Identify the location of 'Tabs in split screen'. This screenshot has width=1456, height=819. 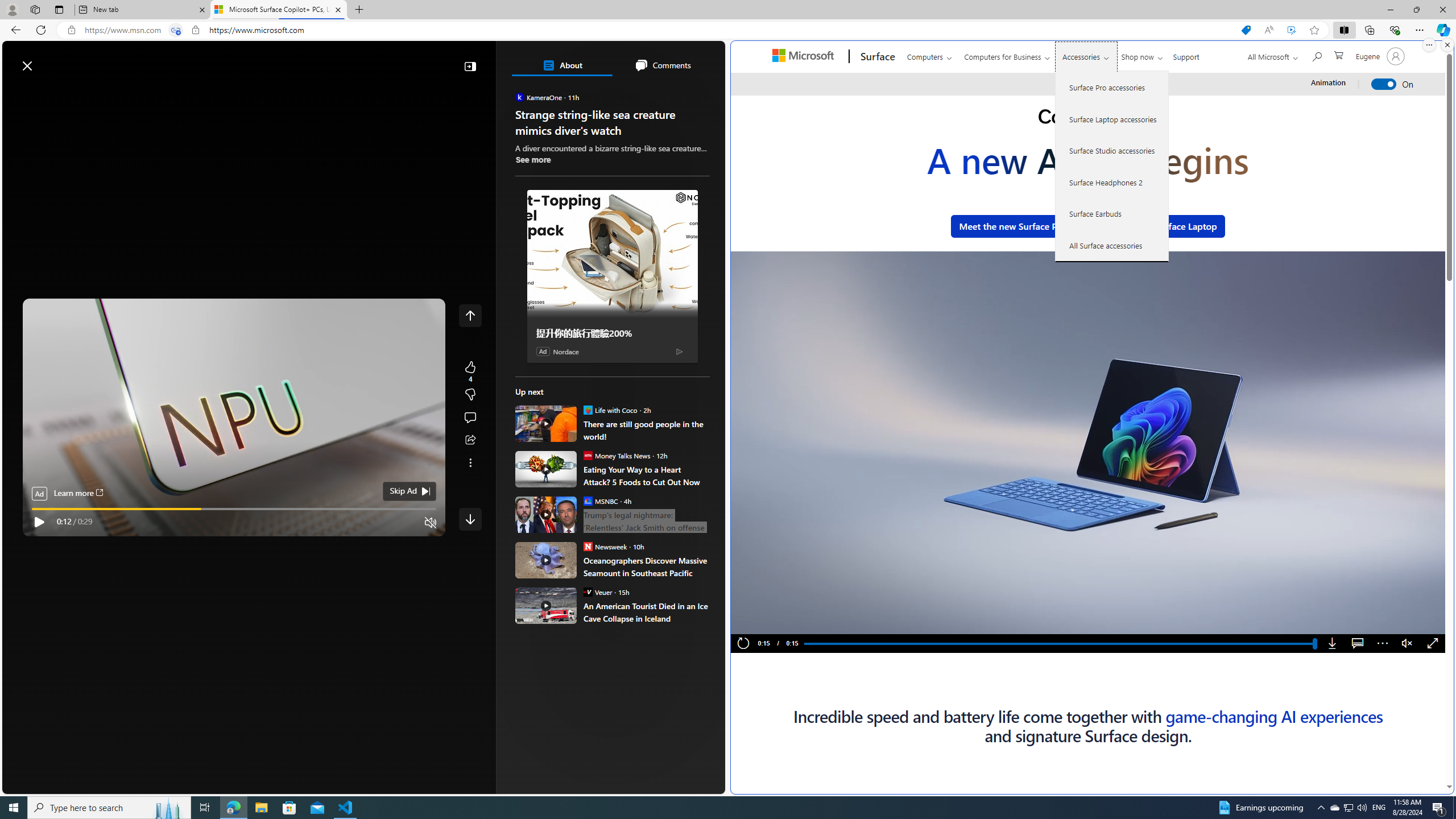
(176, 30).